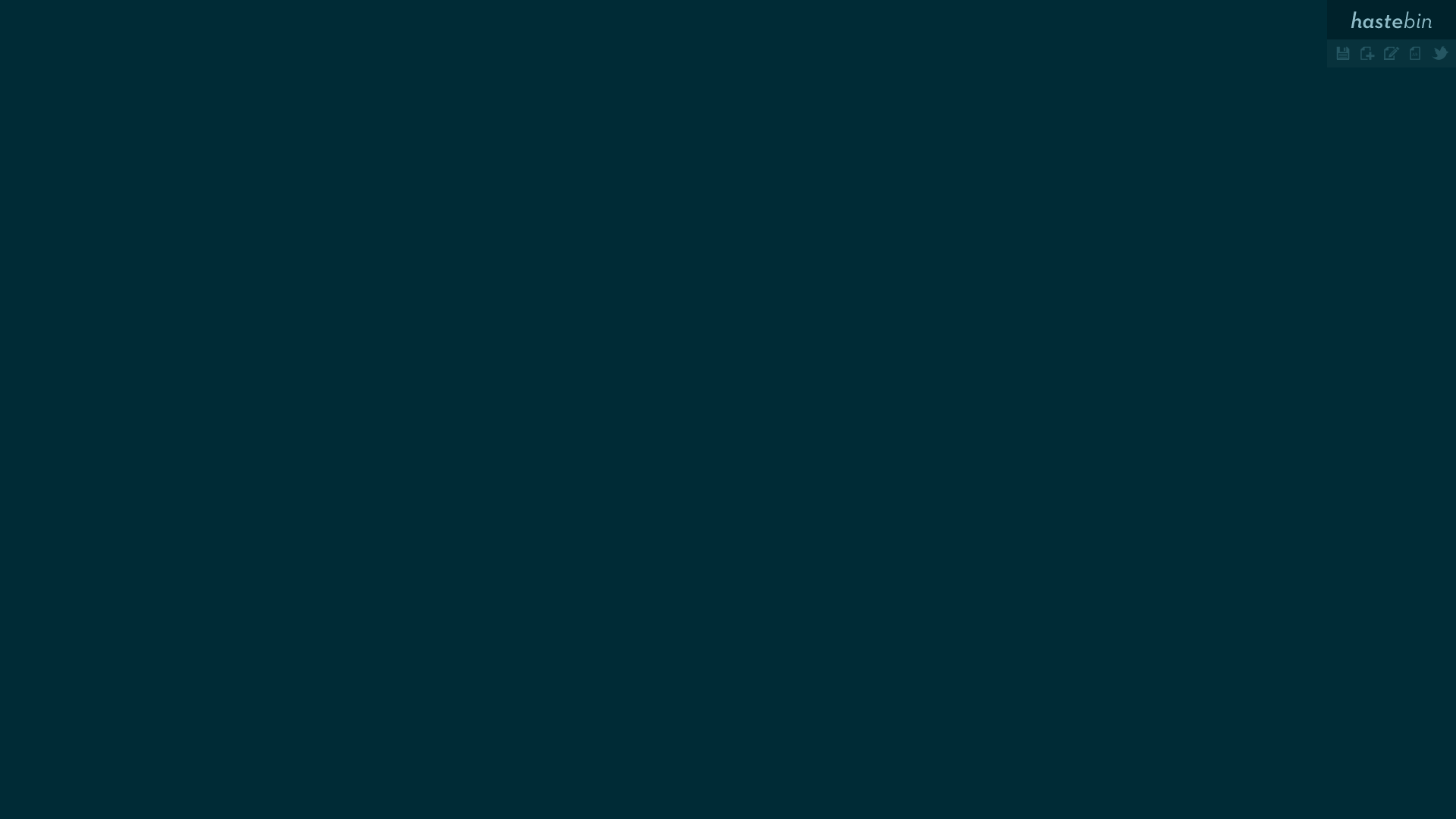 The image size is (1456, 819). I want to click on 'Just Text', so click(1415, 52).